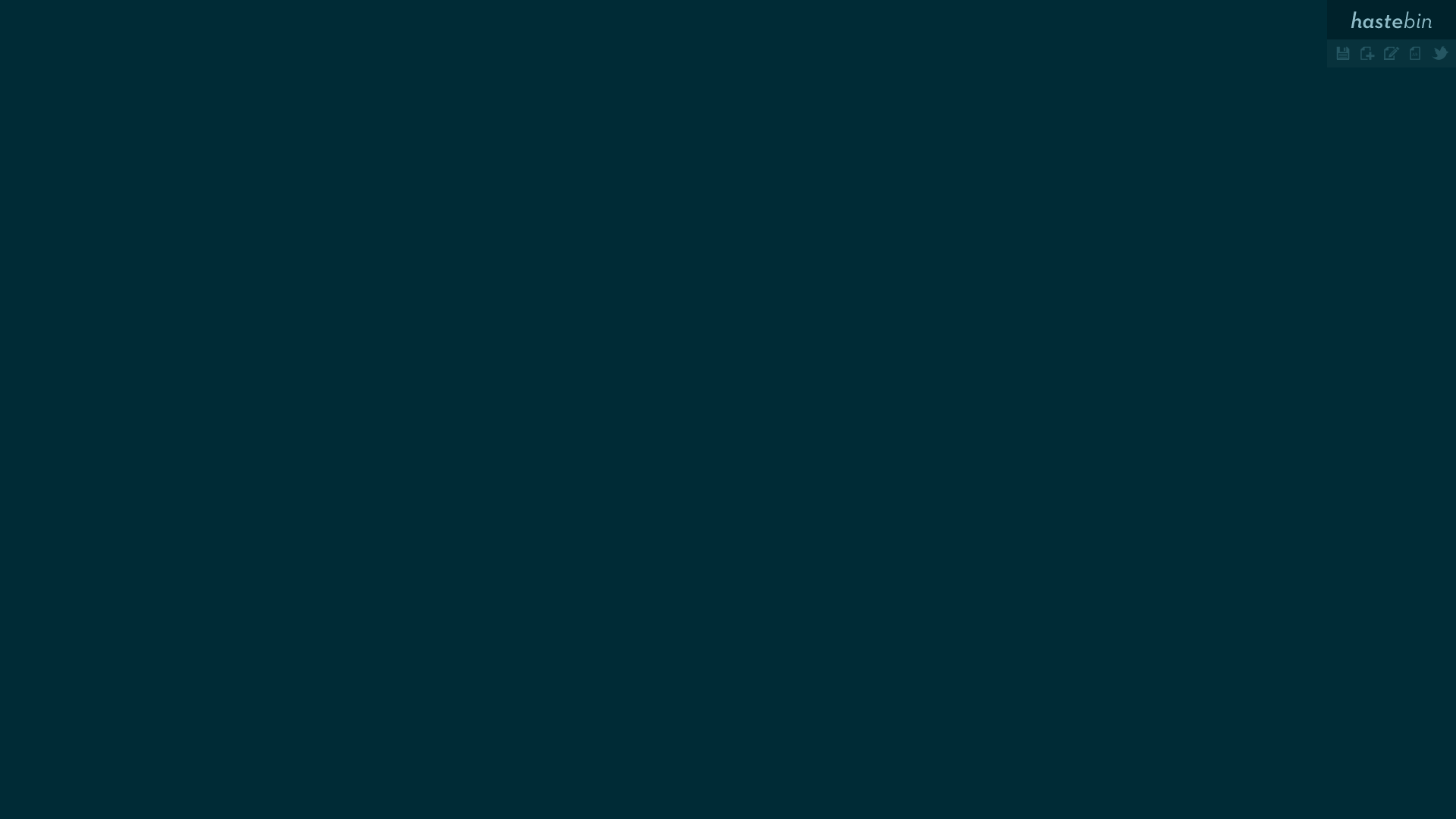 The image size is (1456, 819). I want to click on 'Just Text', so click(1415, 52).